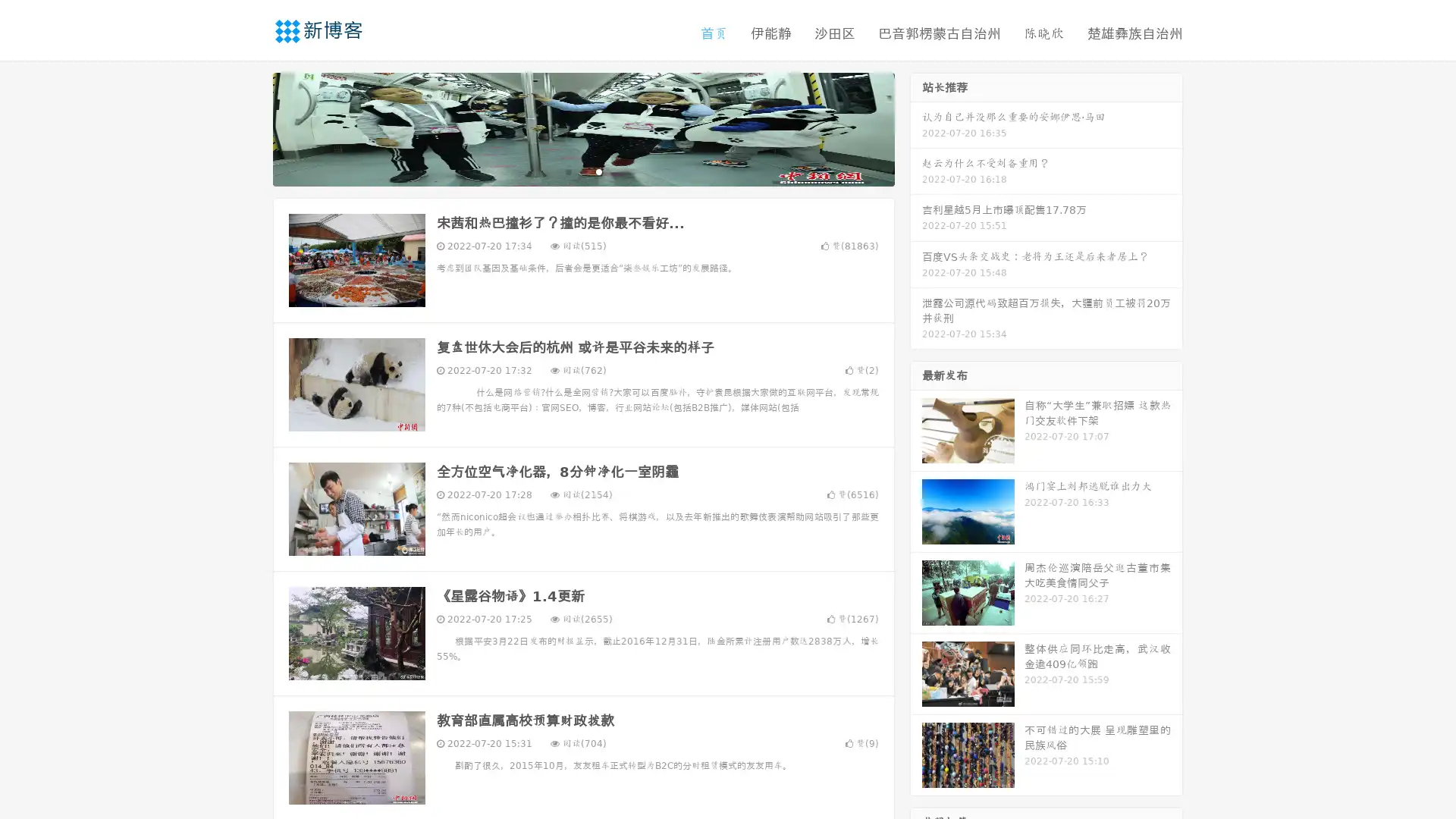 Image resolution: width=1456 pixels, height=819 pixels. I want to click on Next slide, so click(916, 127).